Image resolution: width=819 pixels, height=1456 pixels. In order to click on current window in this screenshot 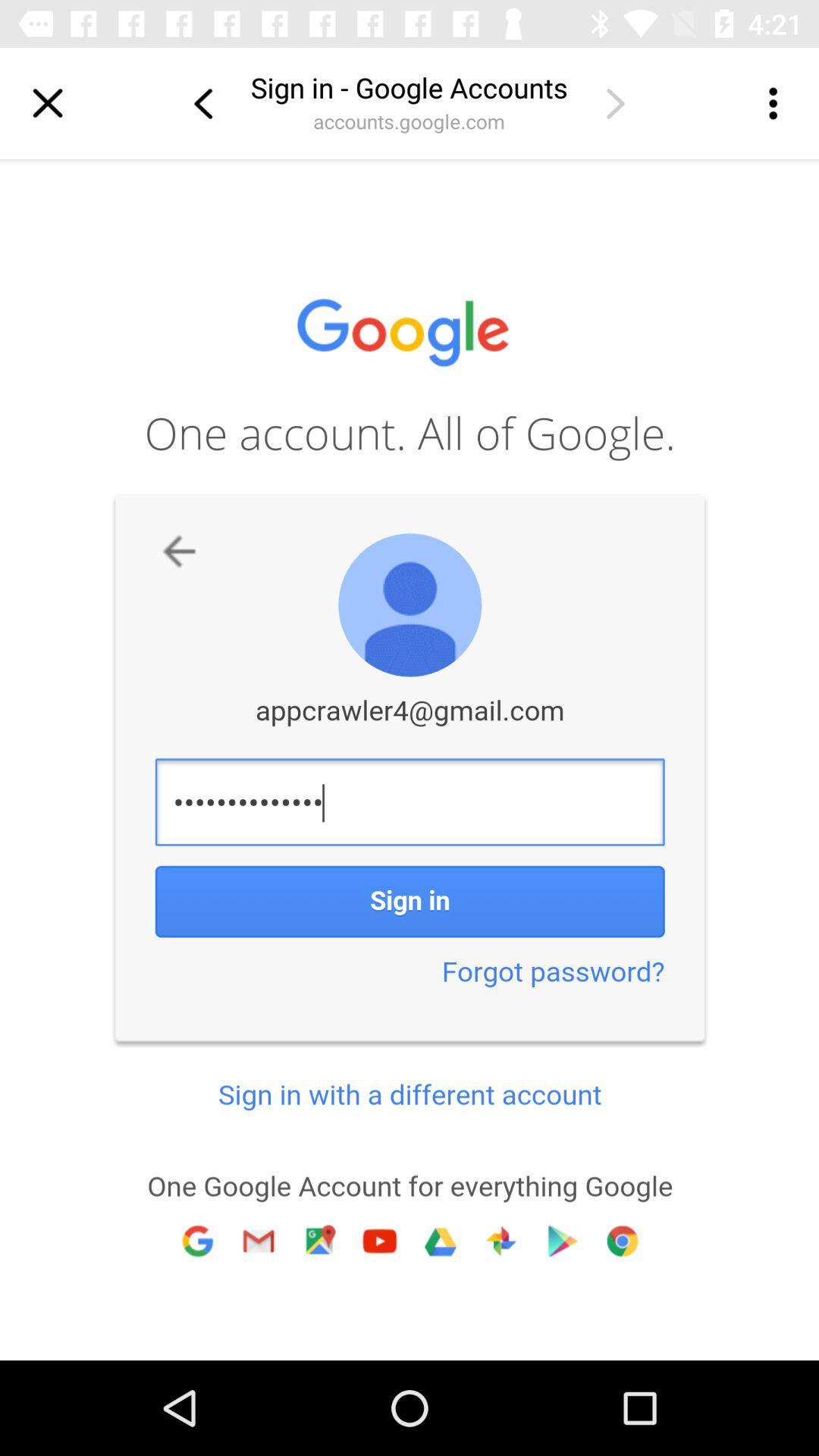, I will do `click(46, 102)`.